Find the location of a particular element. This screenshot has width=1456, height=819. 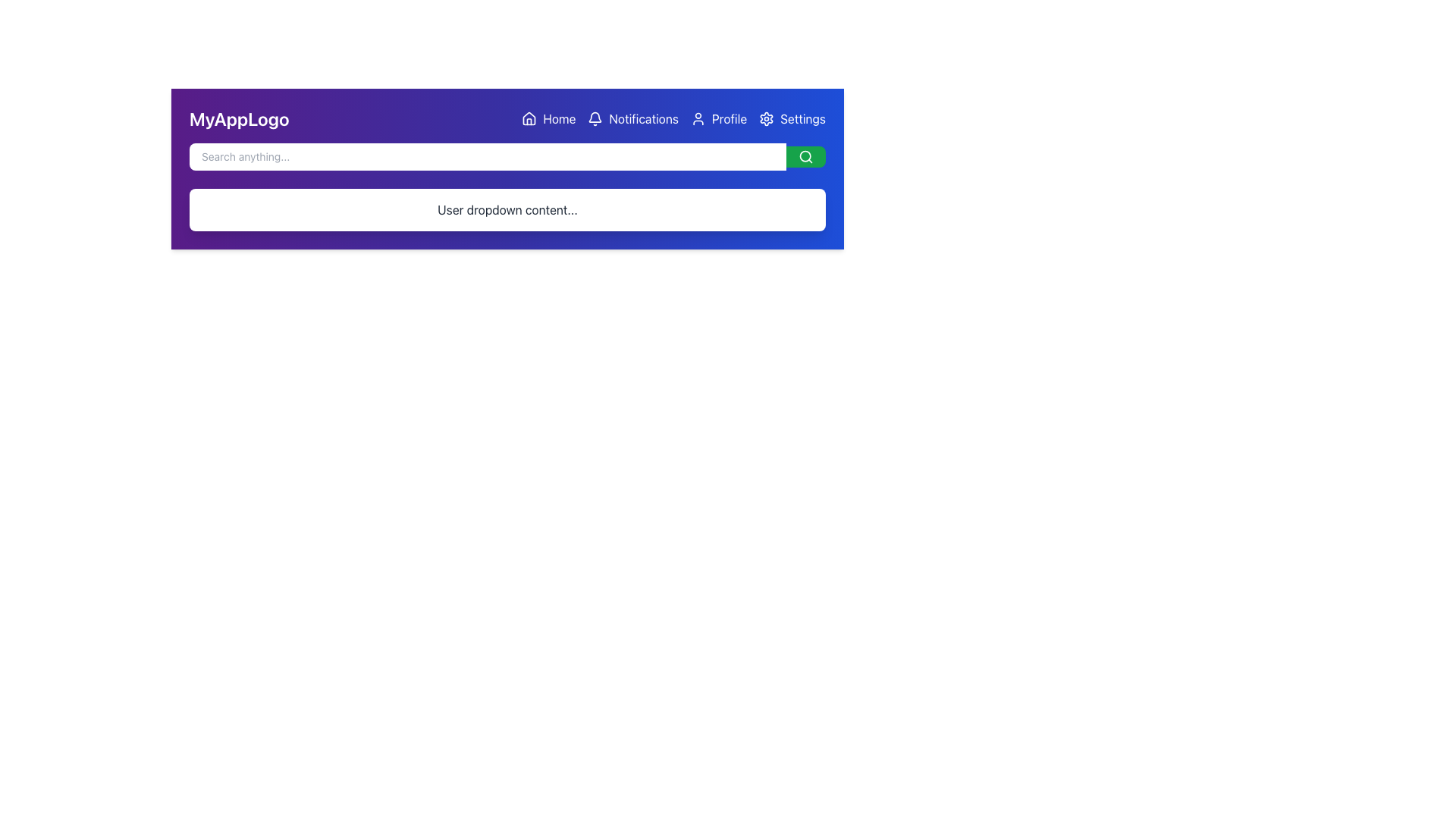

the user silhouette icon with a white outline on a blue background located in the navigation bar, positioned between the Notifications icon and the Settings icon is located at coordinates (697, 118).